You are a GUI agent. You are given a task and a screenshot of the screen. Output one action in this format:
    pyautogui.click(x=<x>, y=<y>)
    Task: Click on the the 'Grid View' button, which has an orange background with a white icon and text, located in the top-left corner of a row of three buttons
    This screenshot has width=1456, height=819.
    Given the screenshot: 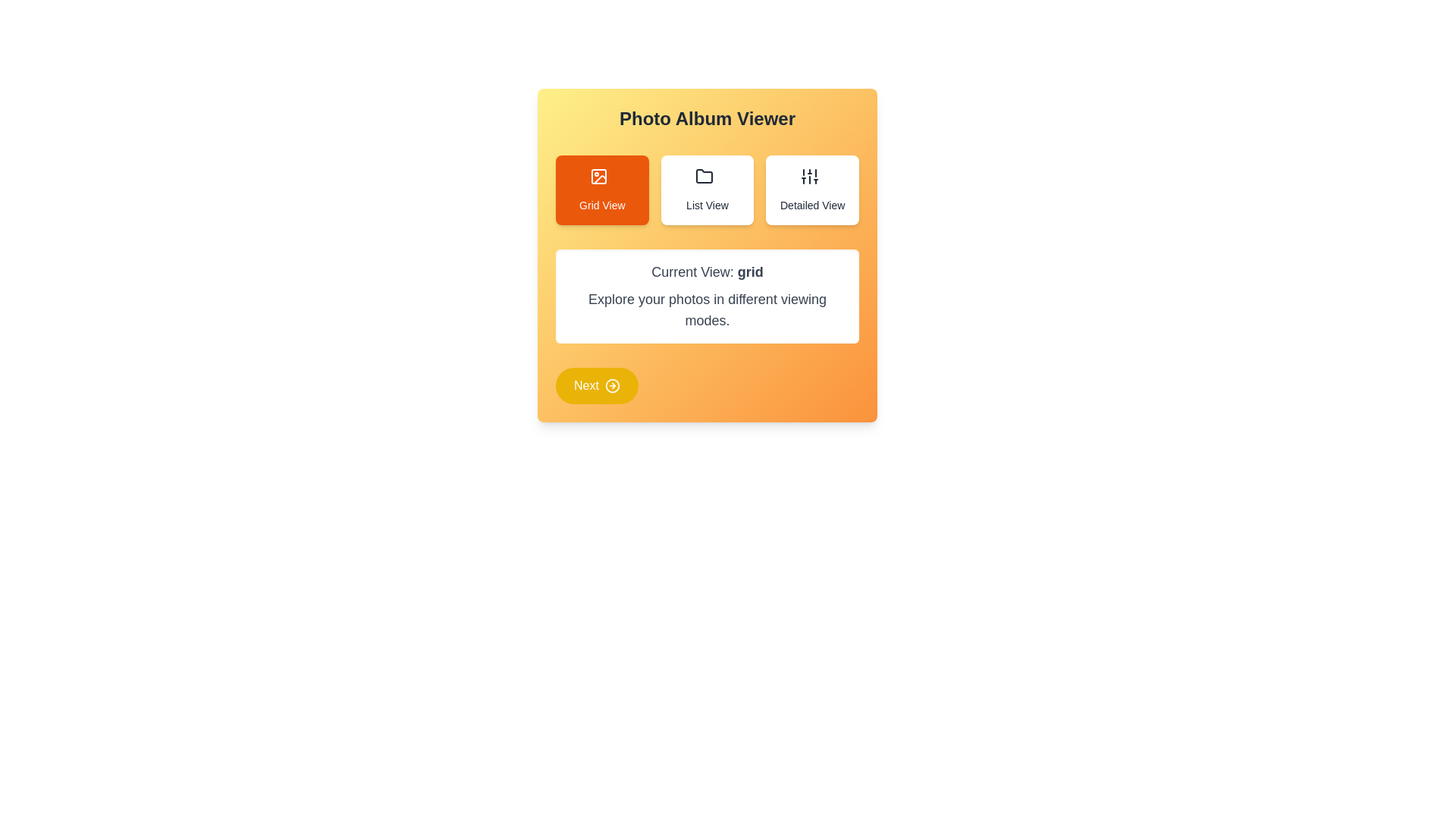 What is the action you would take?
    pyautogui.click(x=601, y=189)
    